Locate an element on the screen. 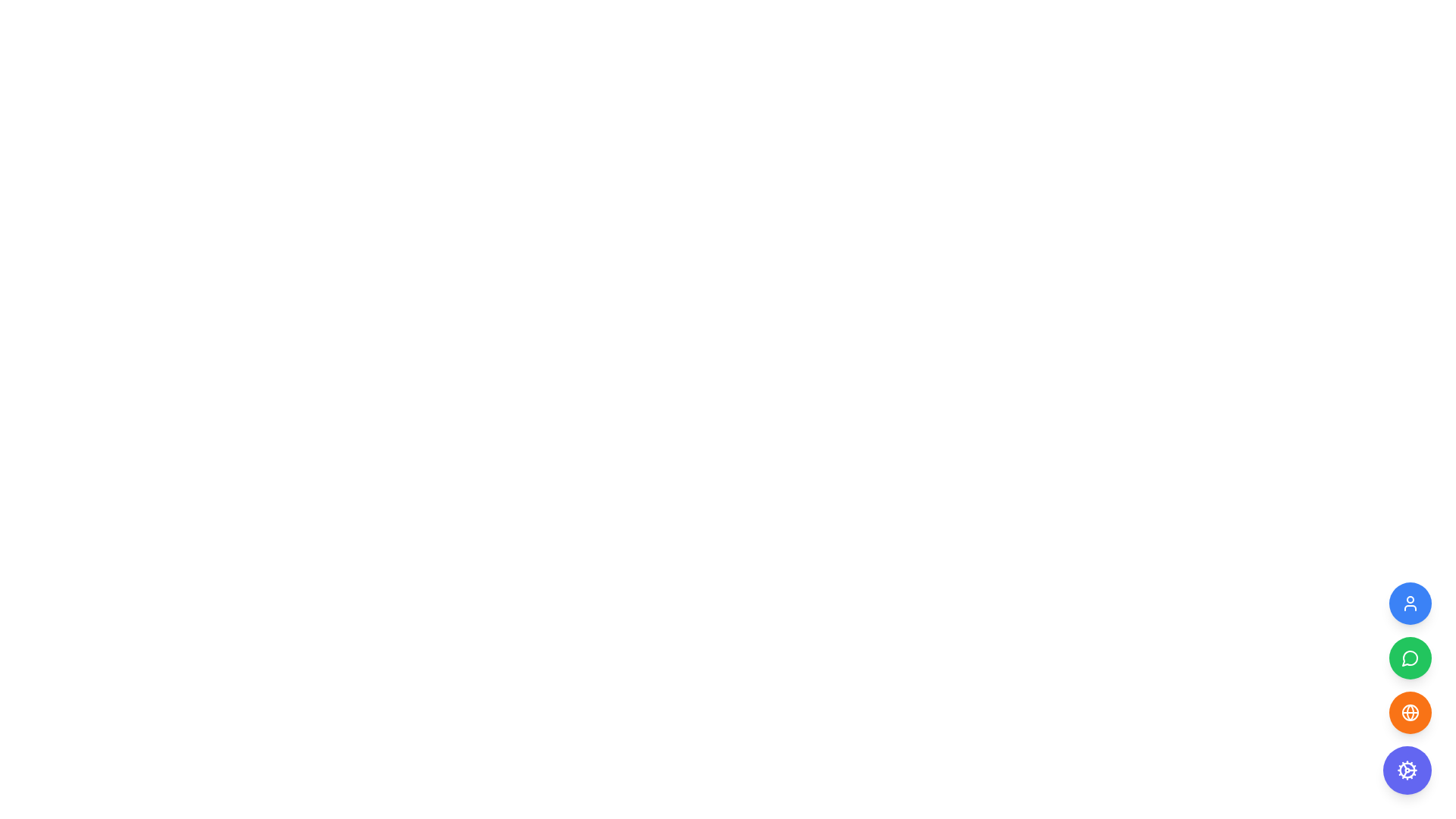  the gear icon located at the bottom-right corner of the interface is located at coordinates (1407, 770).